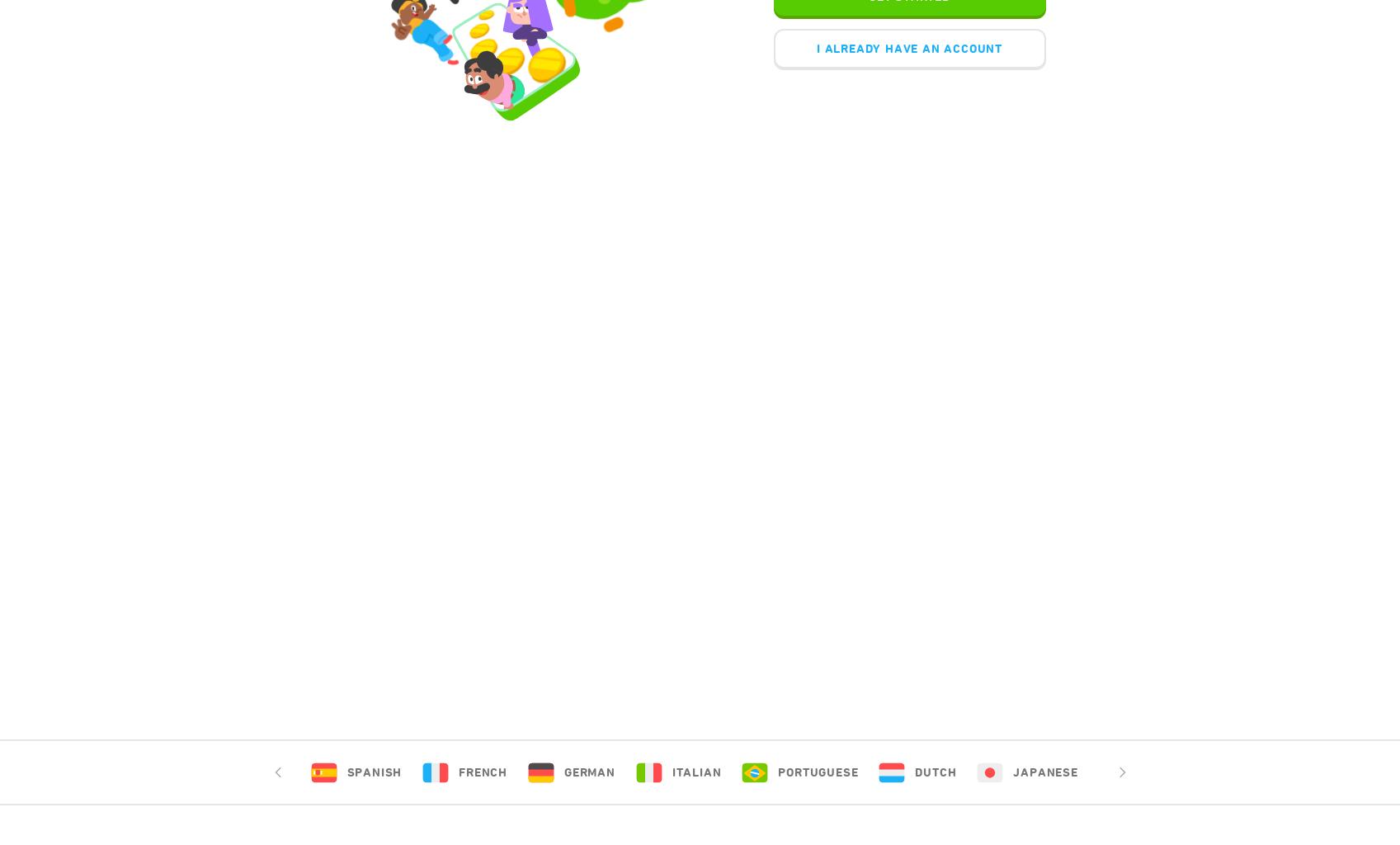  I want to click on 'Italian', so click(695, 772).